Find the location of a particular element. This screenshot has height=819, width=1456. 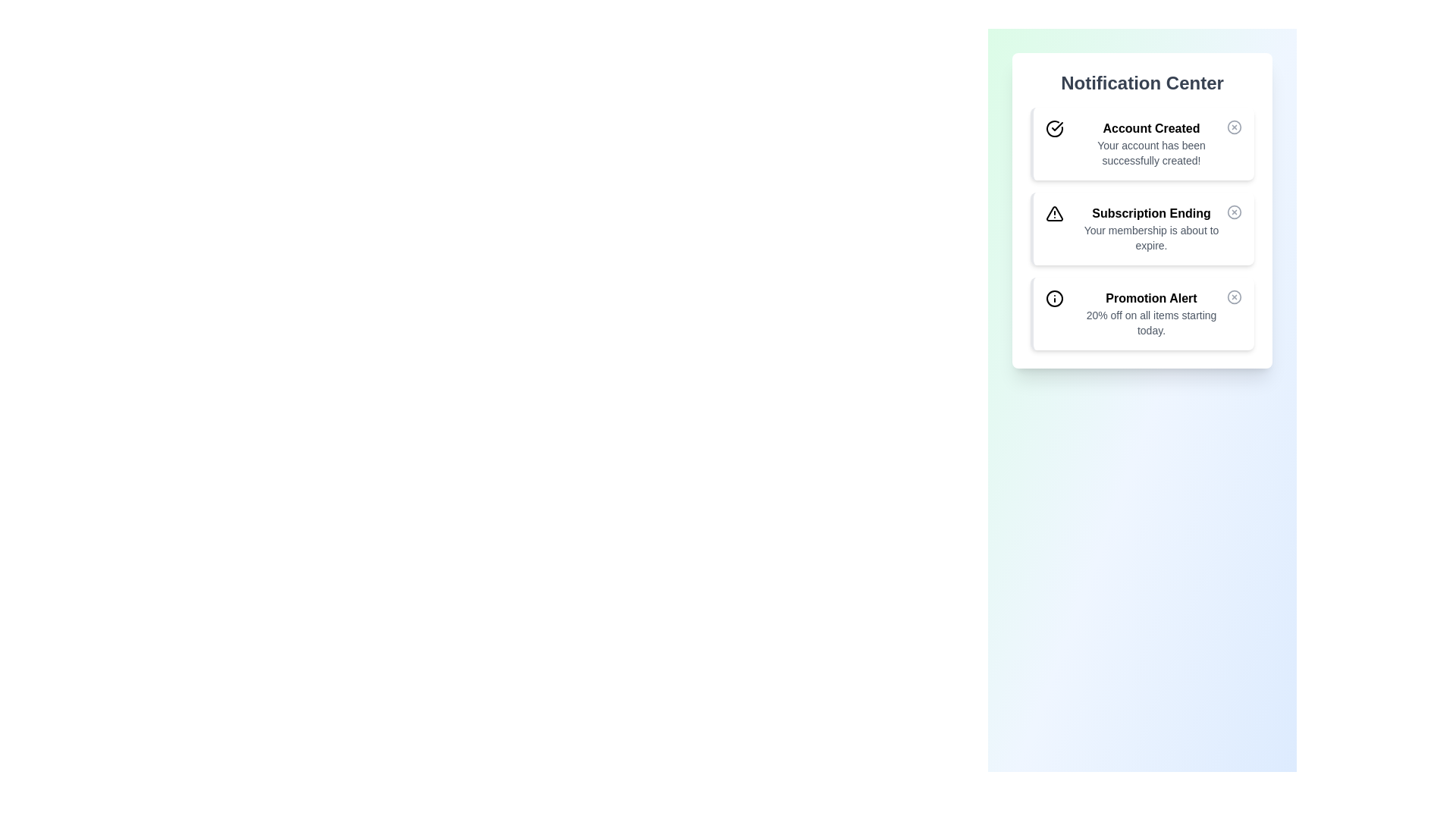

the Textual Announcement Display that reads 'Promotion Alert' and indicates '20% off on all items starting today.' is located at coordinates (1151, 312).